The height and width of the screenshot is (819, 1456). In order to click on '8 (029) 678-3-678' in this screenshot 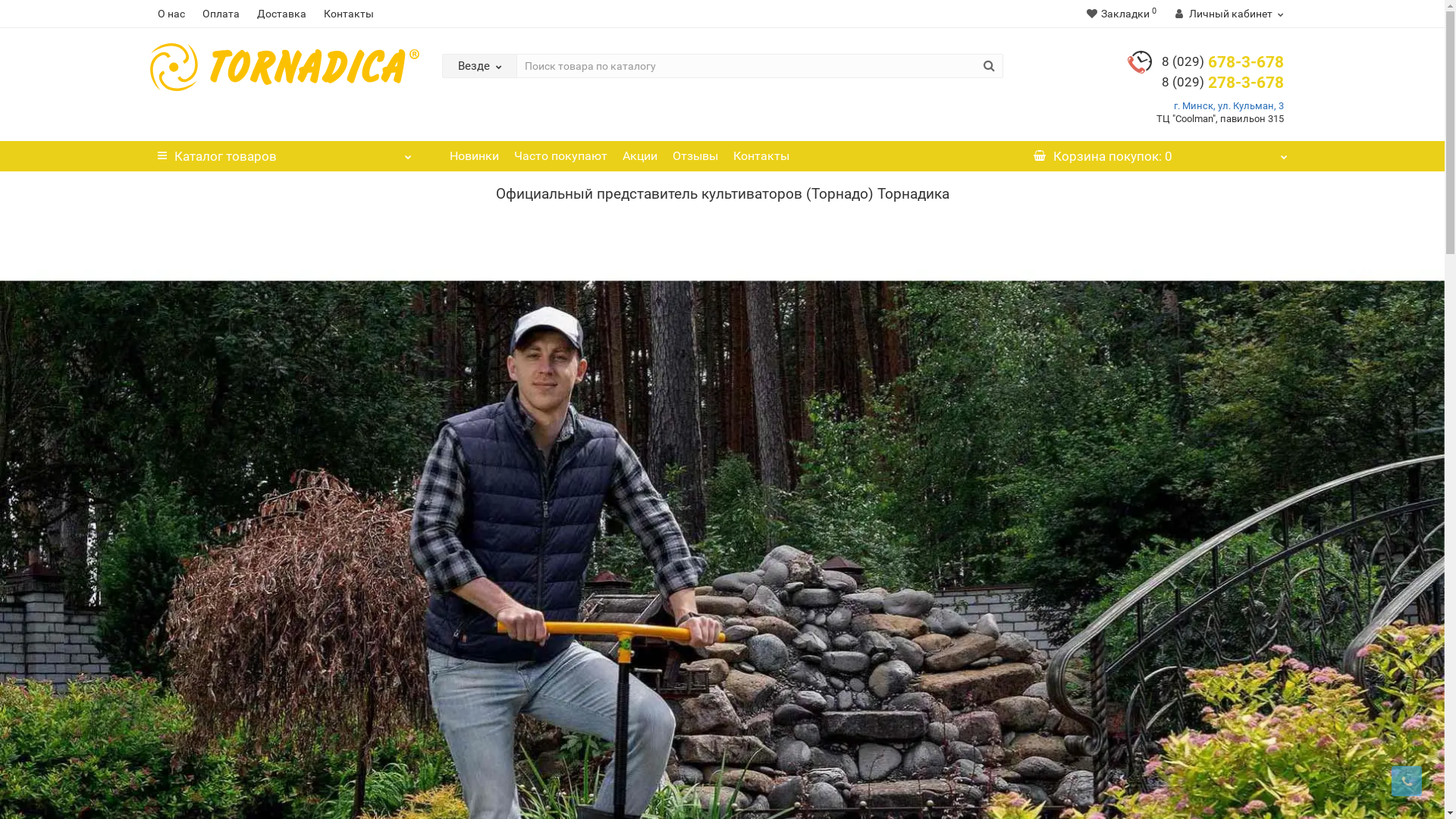, I will do `click(1222, 61)`.